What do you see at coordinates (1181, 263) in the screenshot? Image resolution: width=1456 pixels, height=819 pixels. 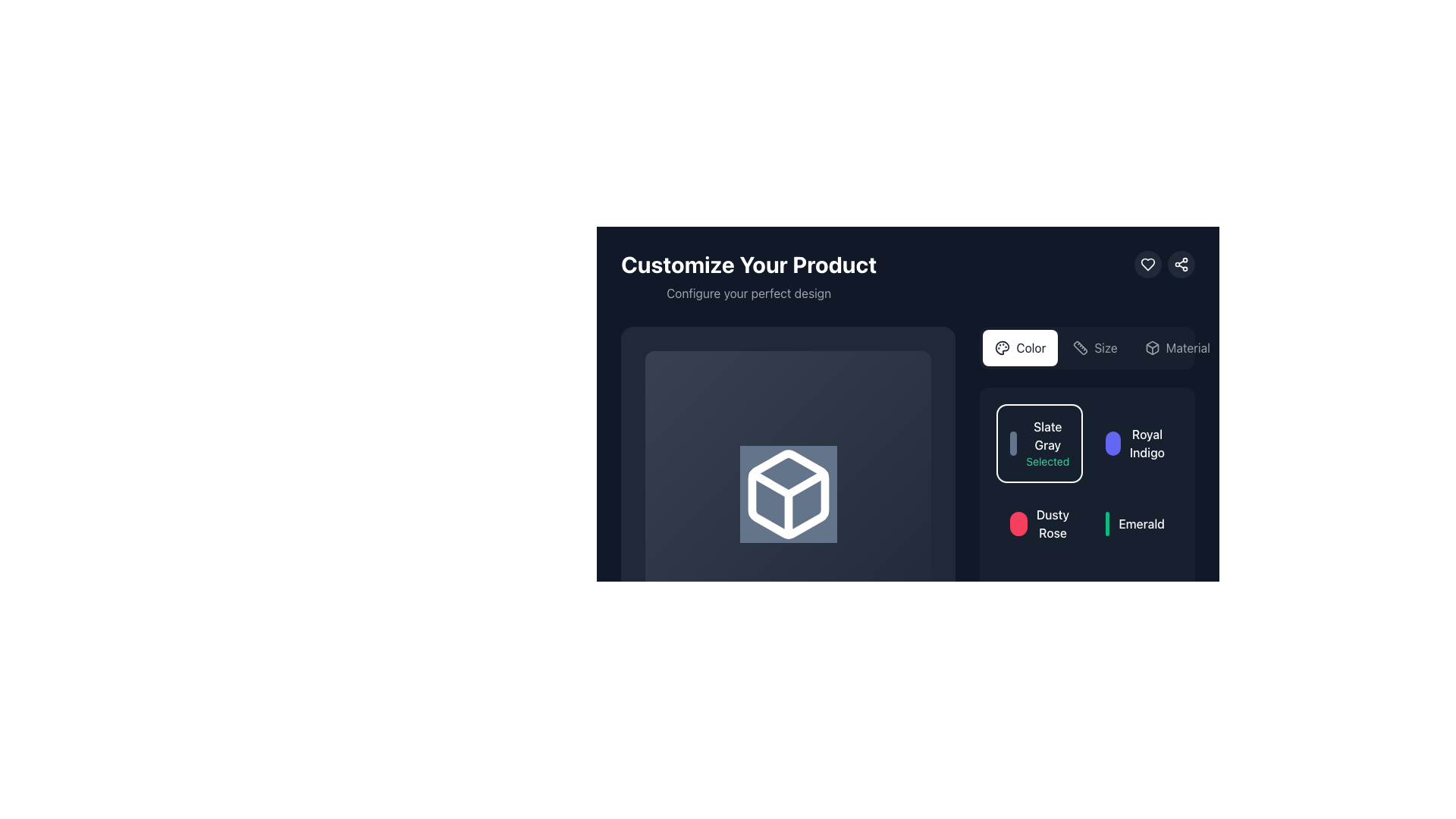 I see `the share button located in the top-right corner of the interface, adjacent to the heart-shaped favorite icon` at bounding box center [1181, 263].